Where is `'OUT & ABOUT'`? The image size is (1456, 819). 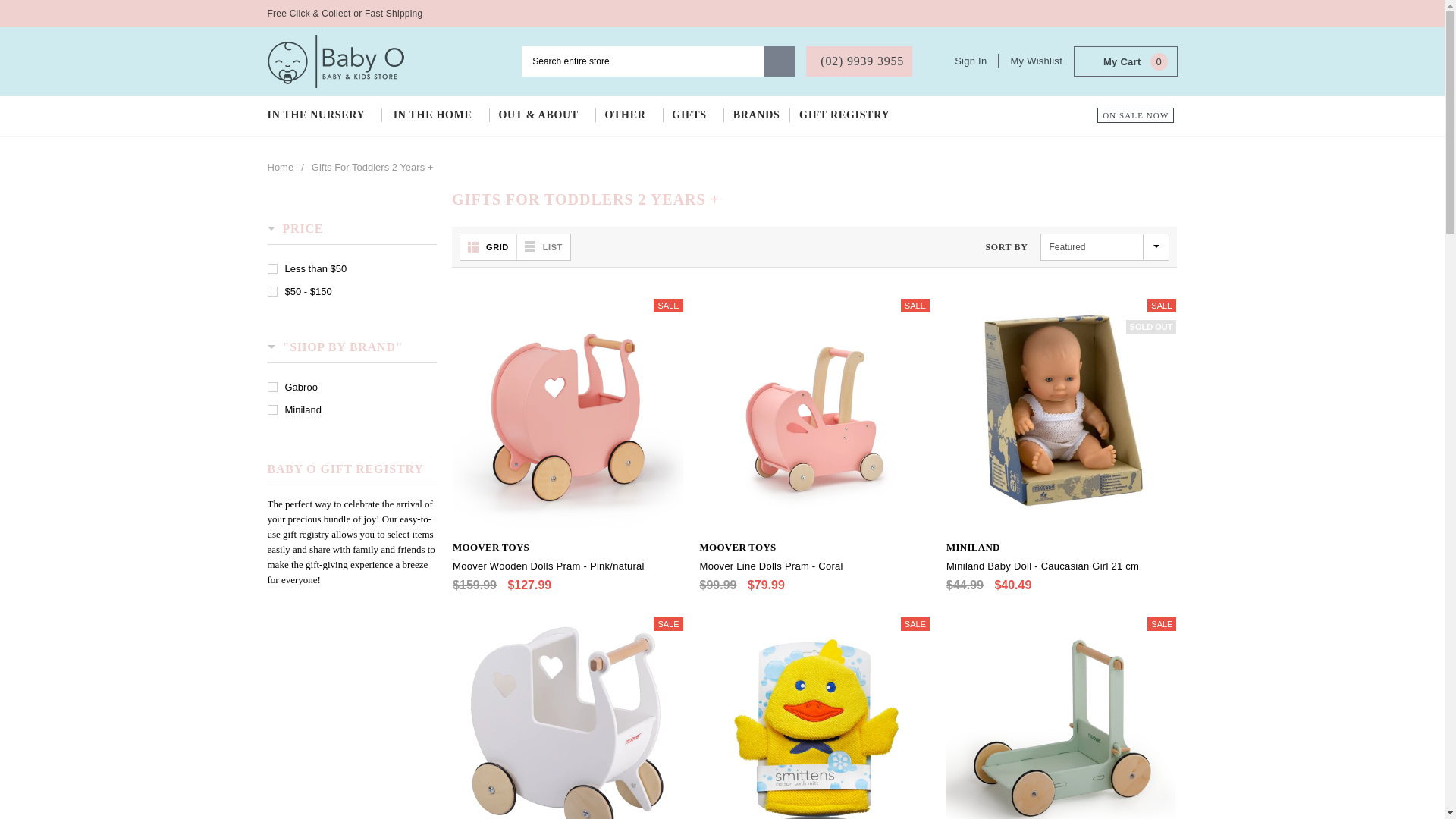
'OUT & ABOUT' is located at coordinates (541, 115).